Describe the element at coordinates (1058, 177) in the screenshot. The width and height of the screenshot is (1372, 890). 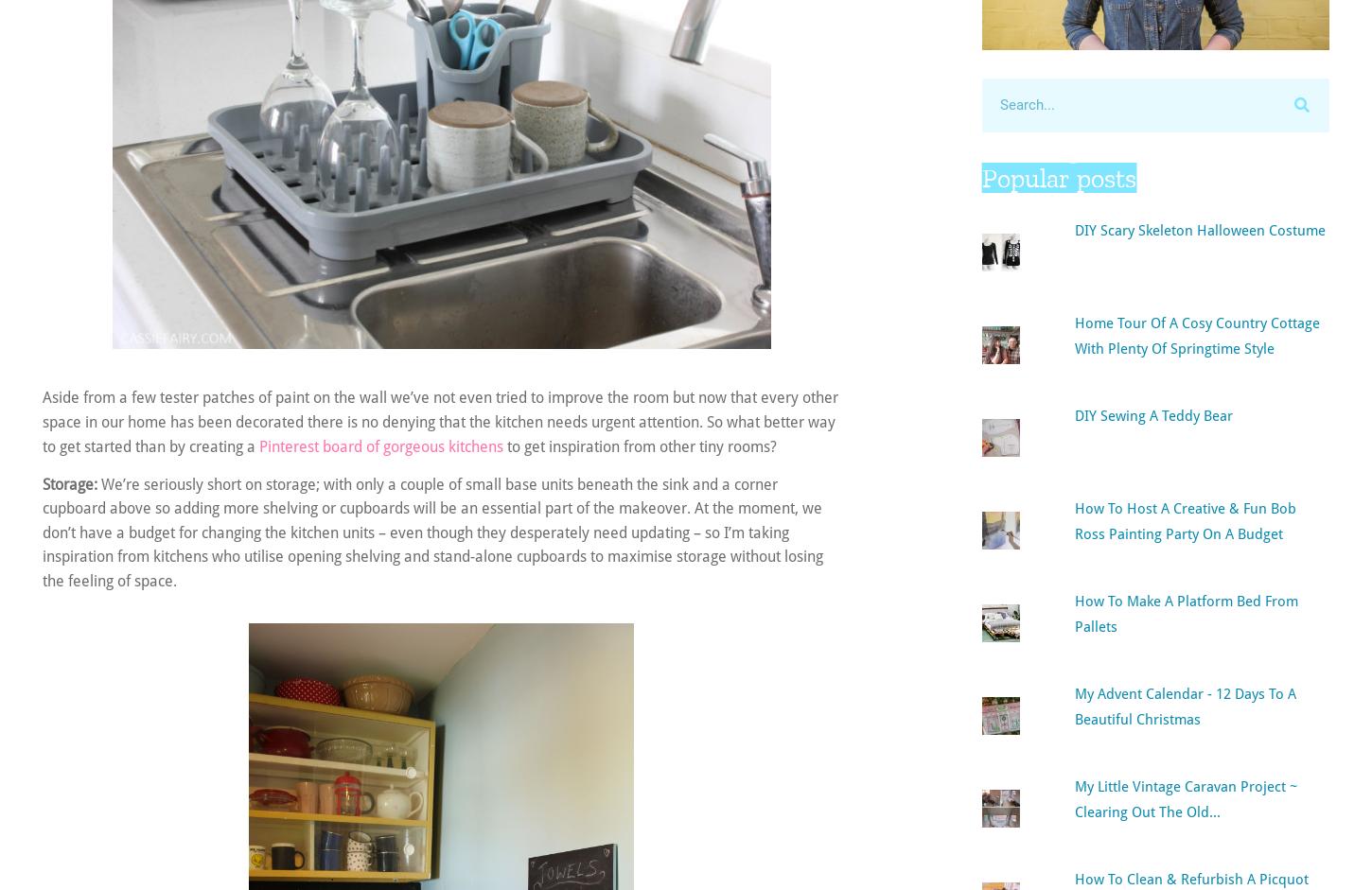
I see `'Popular posts'` at that location.